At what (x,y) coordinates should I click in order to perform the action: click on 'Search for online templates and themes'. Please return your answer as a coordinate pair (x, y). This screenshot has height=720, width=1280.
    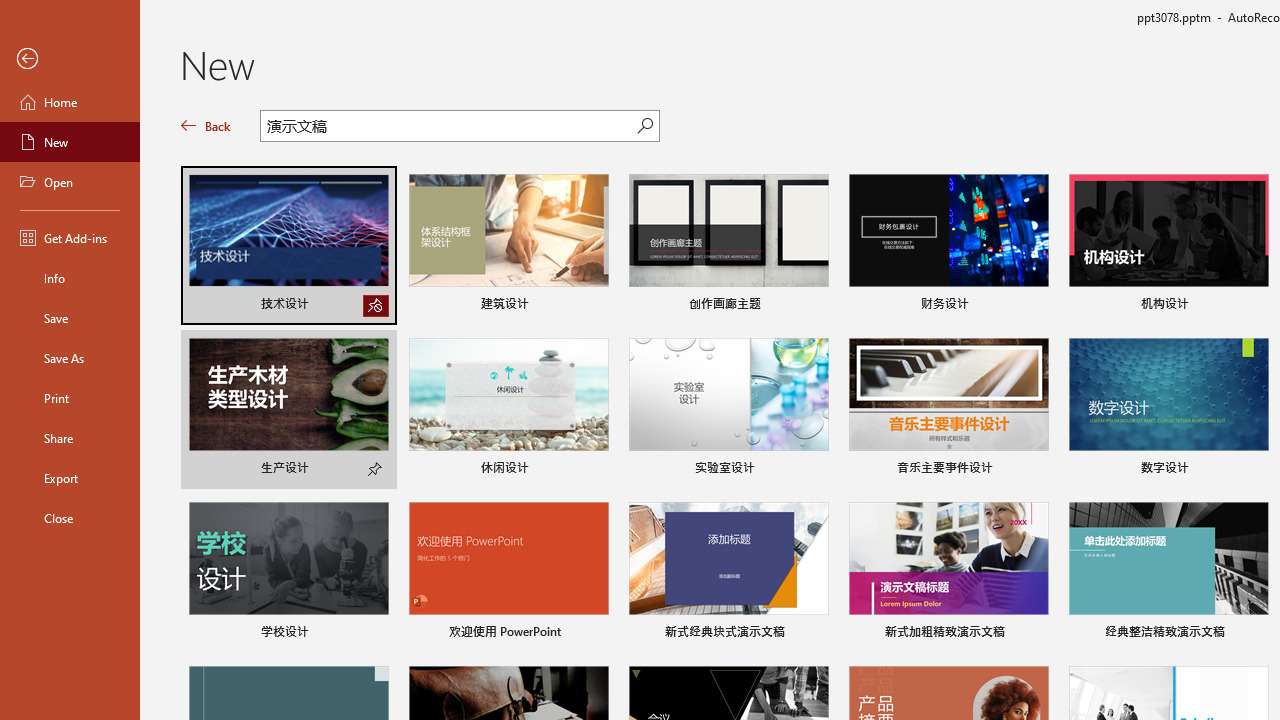
    Looking at the image, I should click on (448, 128).